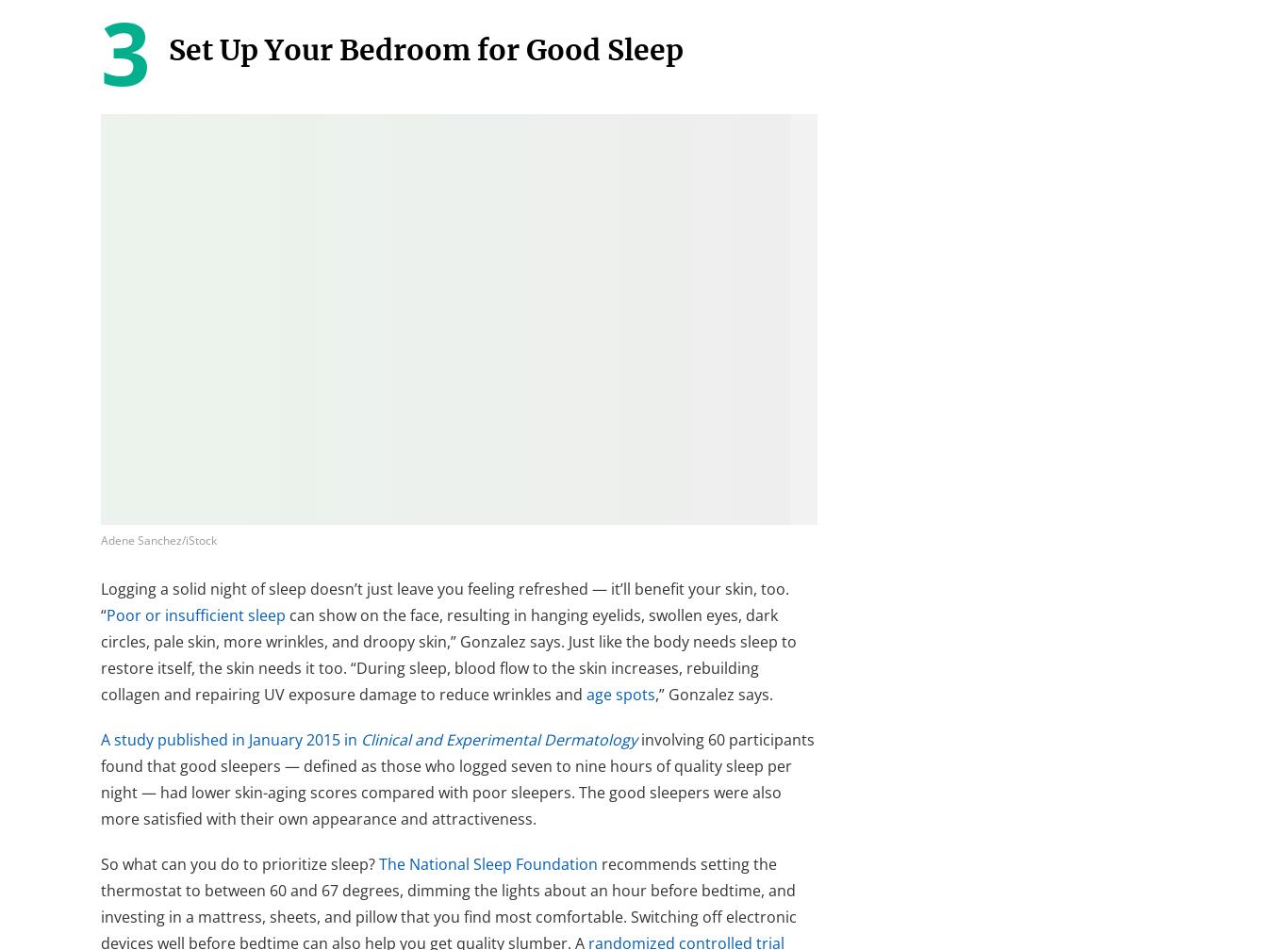 The height and width of the screenshot is (950, 1288). What do you see at coordinates (499, 739) in the screenshot?
I see `'Clinical and Experimental Dermatology'` at bounding box center [499, 739].